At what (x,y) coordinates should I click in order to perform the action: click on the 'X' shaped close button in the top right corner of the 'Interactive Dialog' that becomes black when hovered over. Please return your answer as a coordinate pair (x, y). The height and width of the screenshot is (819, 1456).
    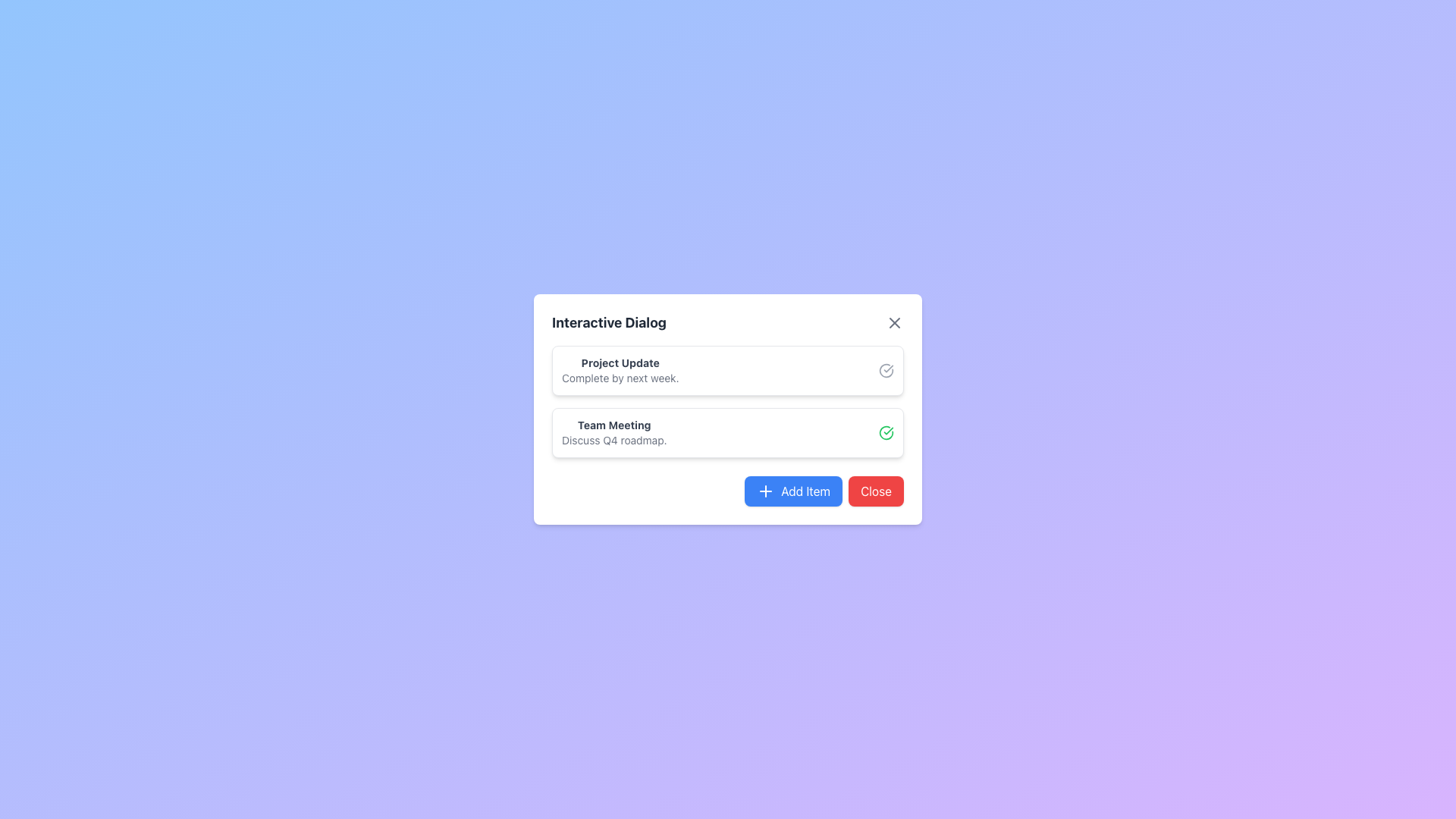
    Looking at the image, I should click on (895, 322).